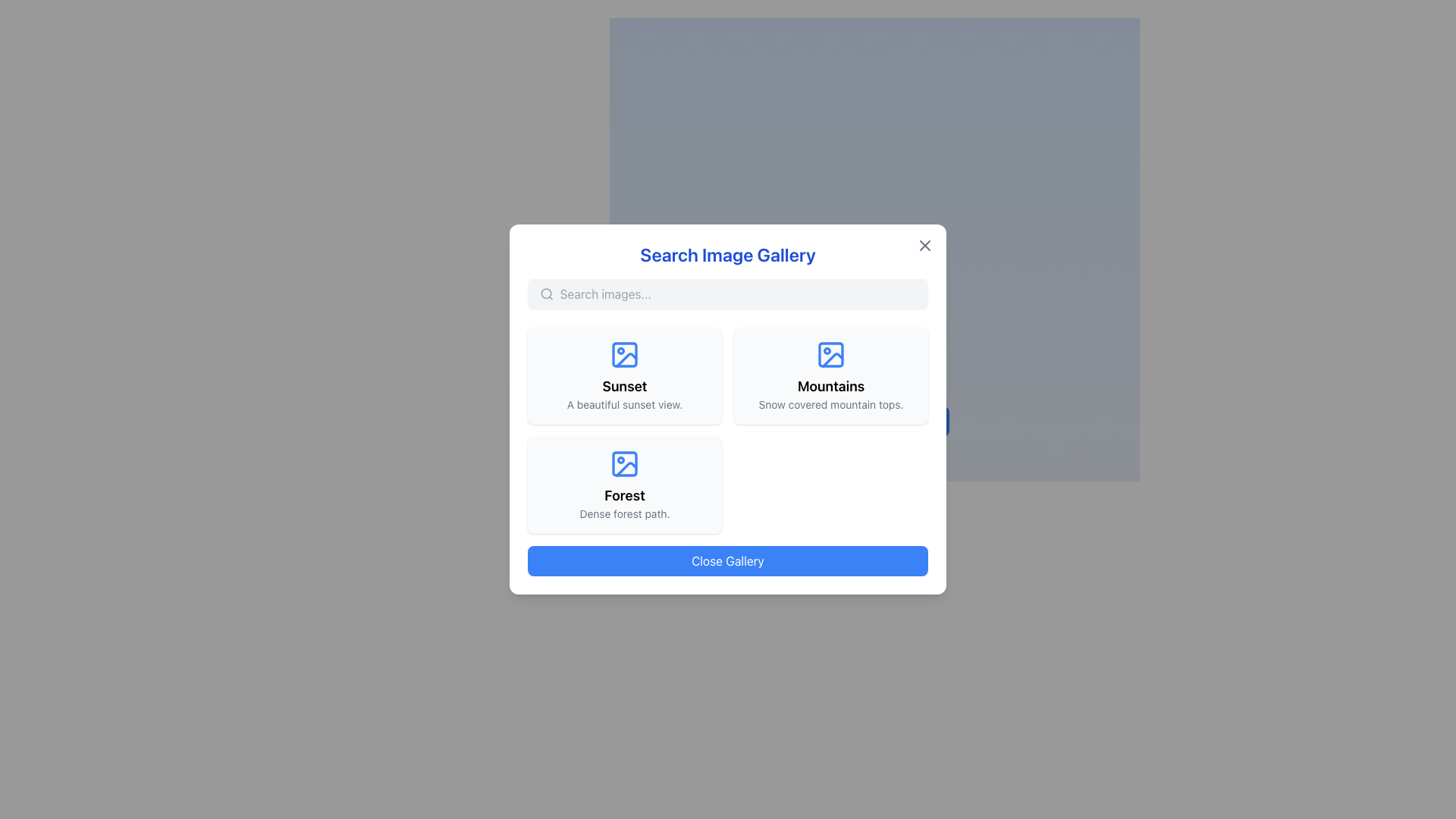  I want to click on the 'Mountains' icon in the top-center of the card within the 'Search Image Gallery' modal, so click(830, 354).